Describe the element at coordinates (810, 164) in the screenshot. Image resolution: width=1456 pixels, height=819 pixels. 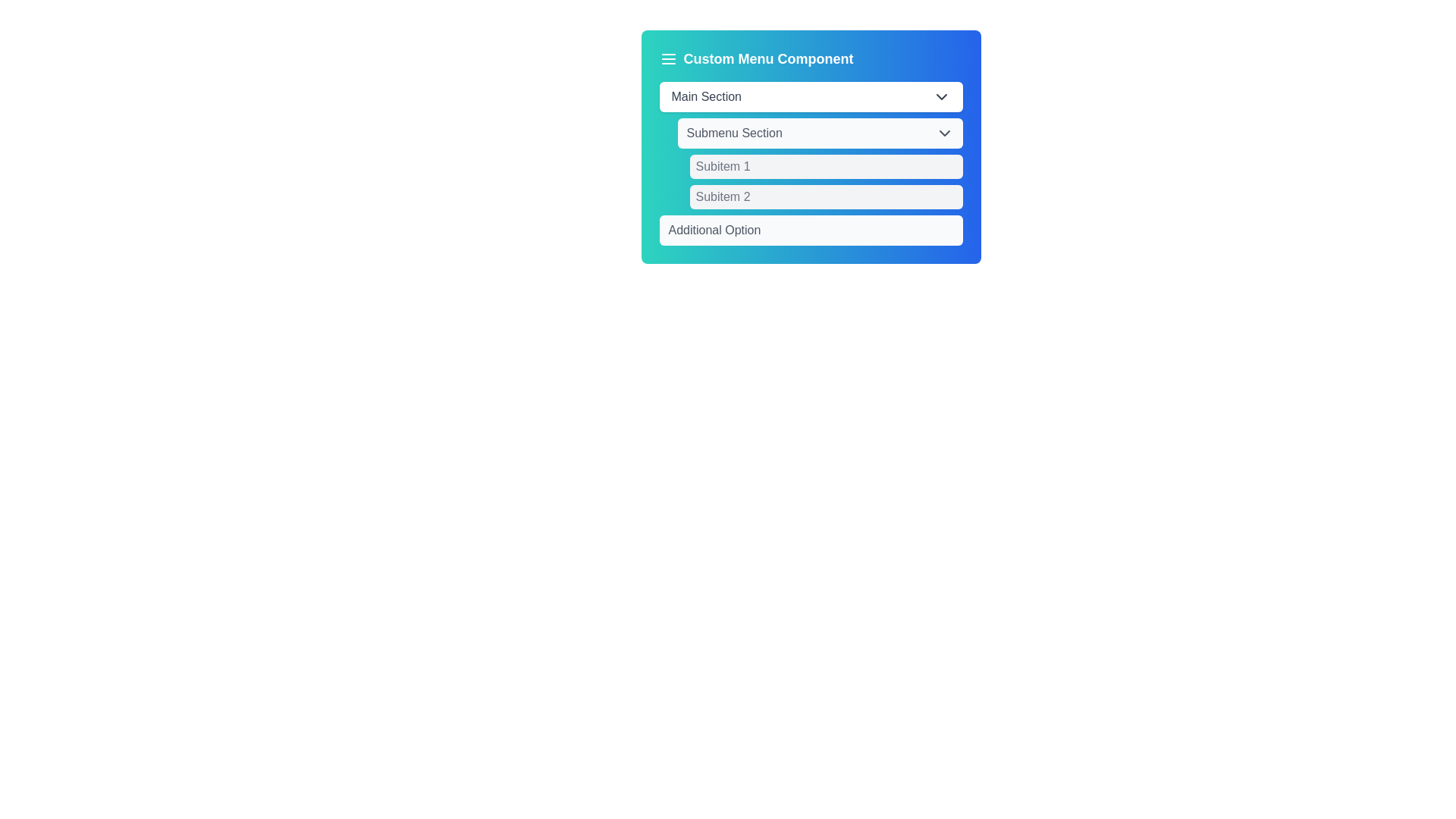
I see `the submenu in the collapsible navigation menu component to expand it` at that location.